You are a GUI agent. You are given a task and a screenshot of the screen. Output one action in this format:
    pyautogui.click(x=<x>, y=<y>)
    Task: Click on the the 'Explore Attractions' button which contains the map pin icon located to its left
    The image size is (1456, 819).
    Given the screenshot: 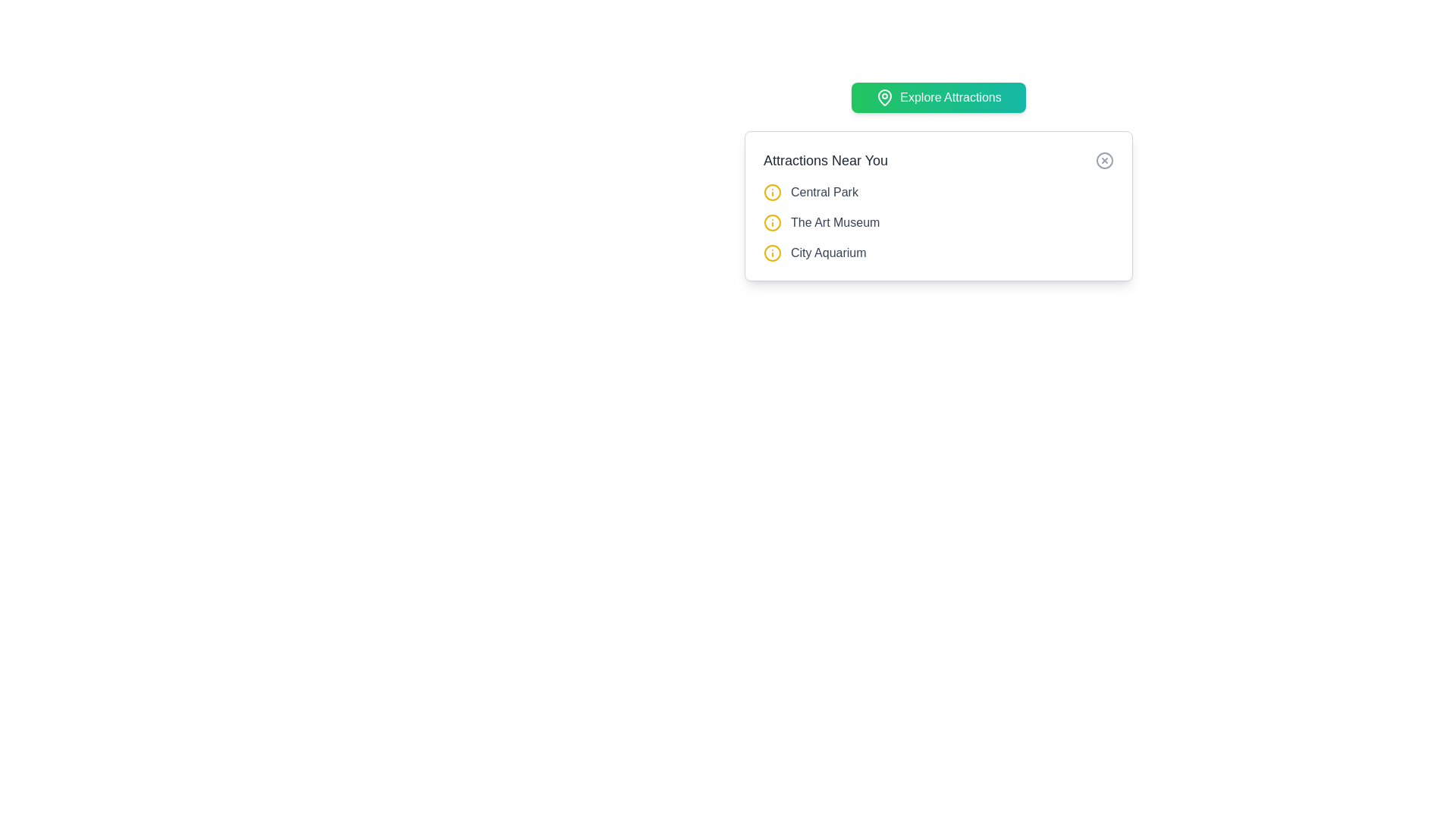 What is the action you would take?
    pyautogui.click(x=885, y=97)
    